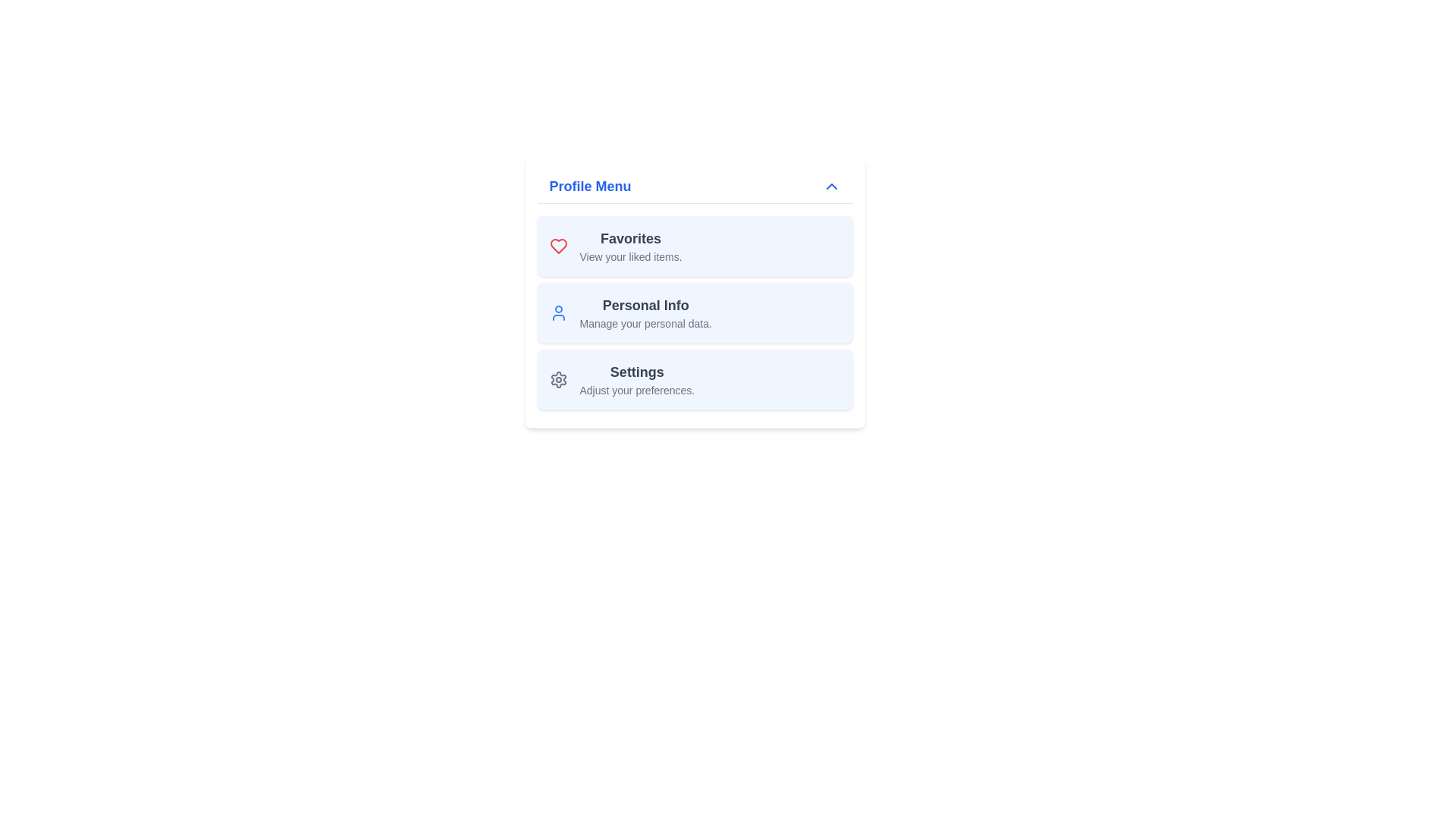 The height and width of the screenshot is (819, 1456). I want to click on the chevron icon button located to the right of the 'Profile Menu' text, so click(830, 186).